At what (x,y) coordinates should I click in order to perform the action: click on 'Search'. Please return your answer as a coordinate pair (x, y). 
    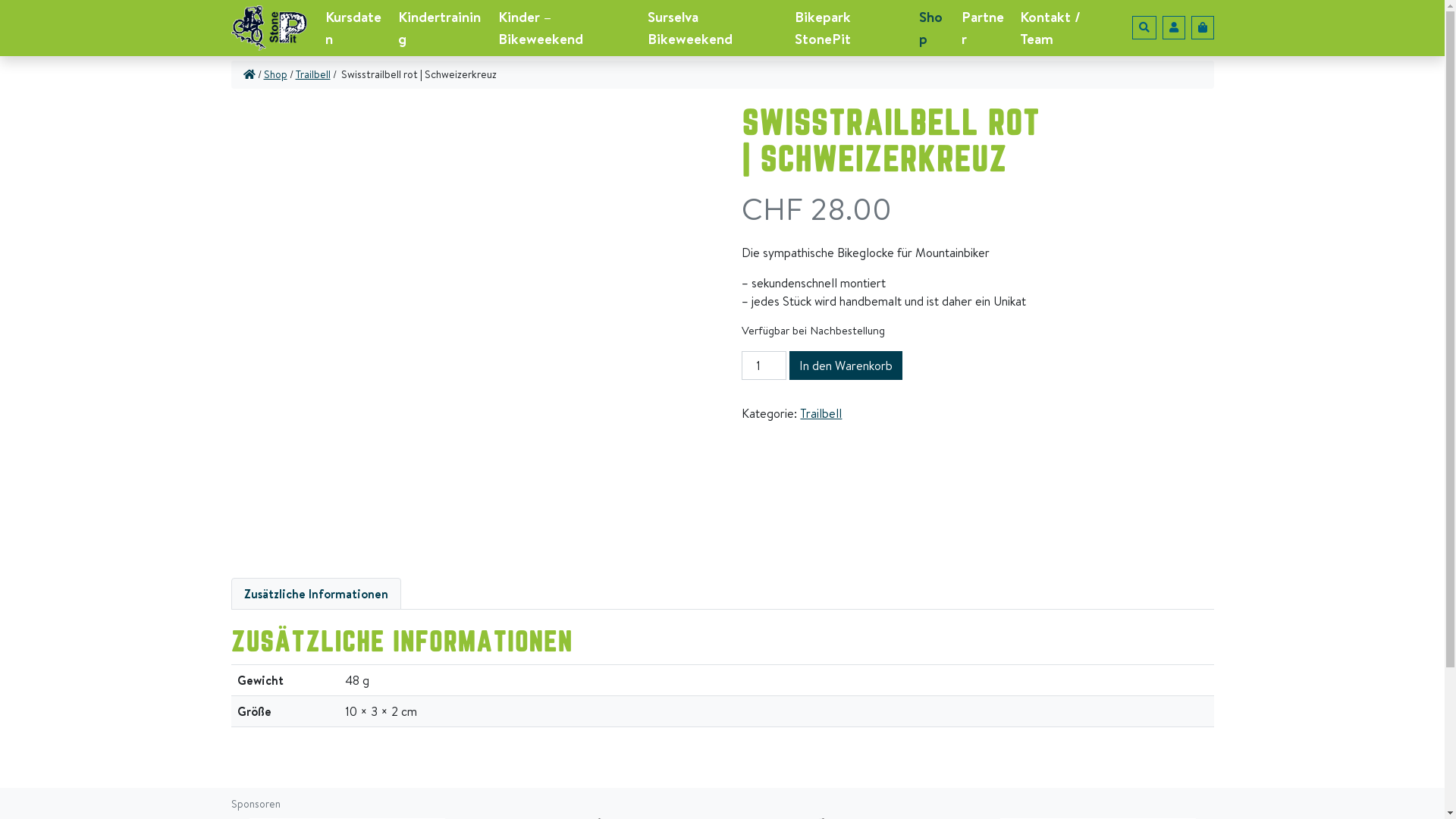
    Looking at the image, I should click on (1143, 27).